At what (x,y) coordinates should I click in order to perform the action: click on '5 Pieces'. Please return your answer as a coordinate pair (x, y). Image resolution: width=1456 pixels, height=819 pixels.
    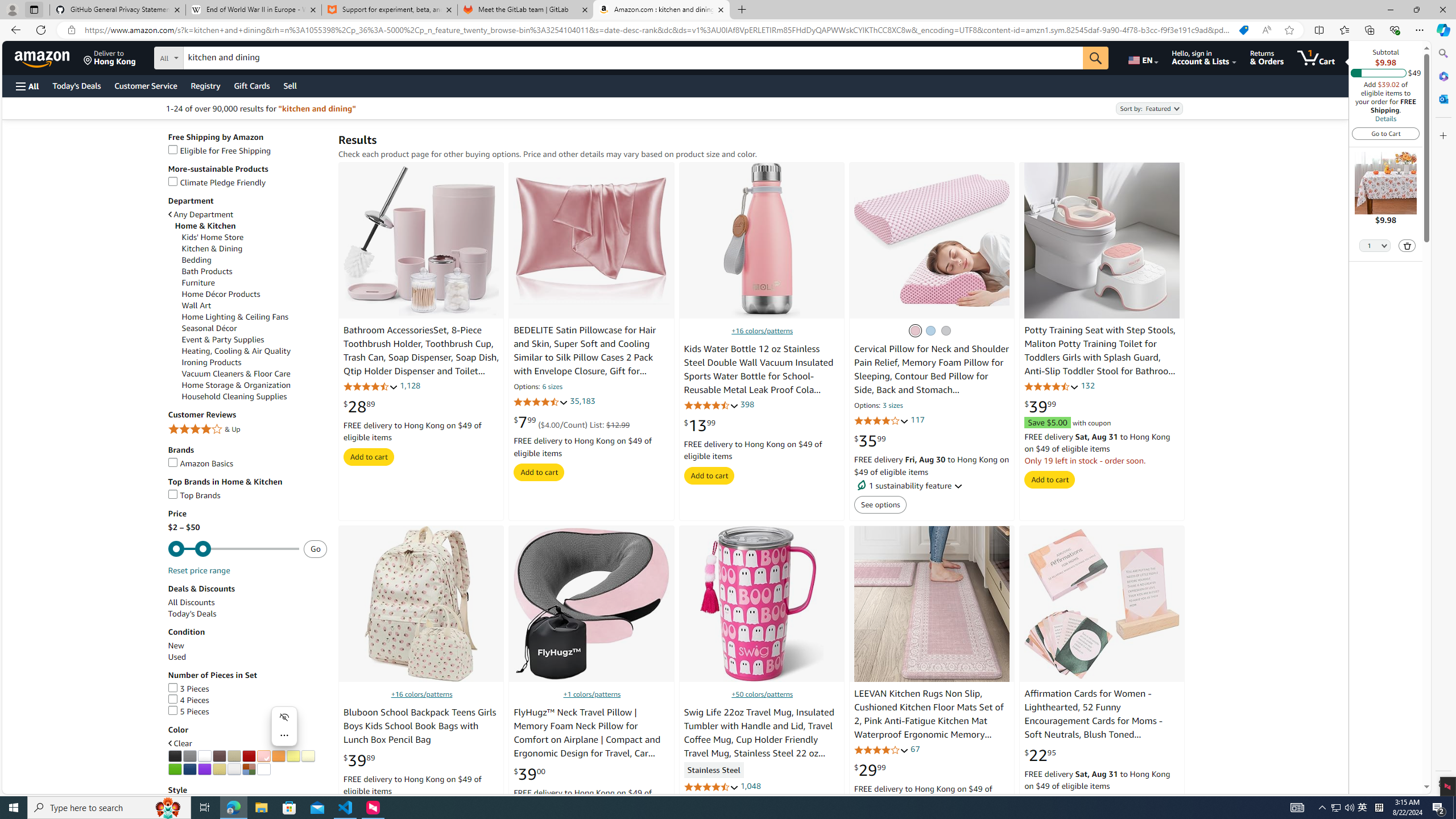
    Looking at the image, I should click on (188, 712).